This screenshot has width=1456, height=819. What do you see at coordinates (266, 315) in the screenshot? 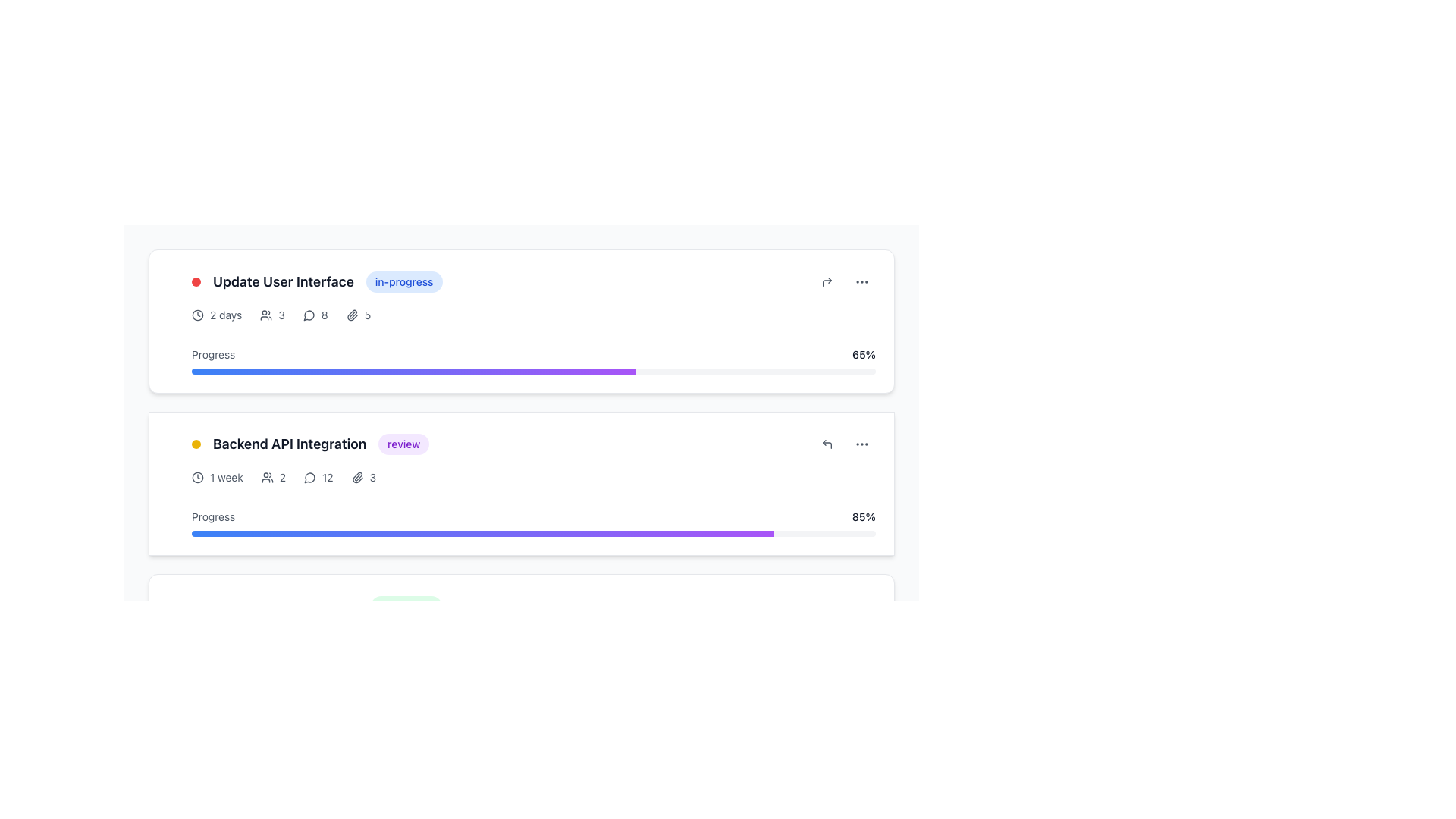
I see `the user-related icon that indicates the number of individuals associated with the task, located before the numeric display '3' in a task card layout` at bounding box center [266, 315].